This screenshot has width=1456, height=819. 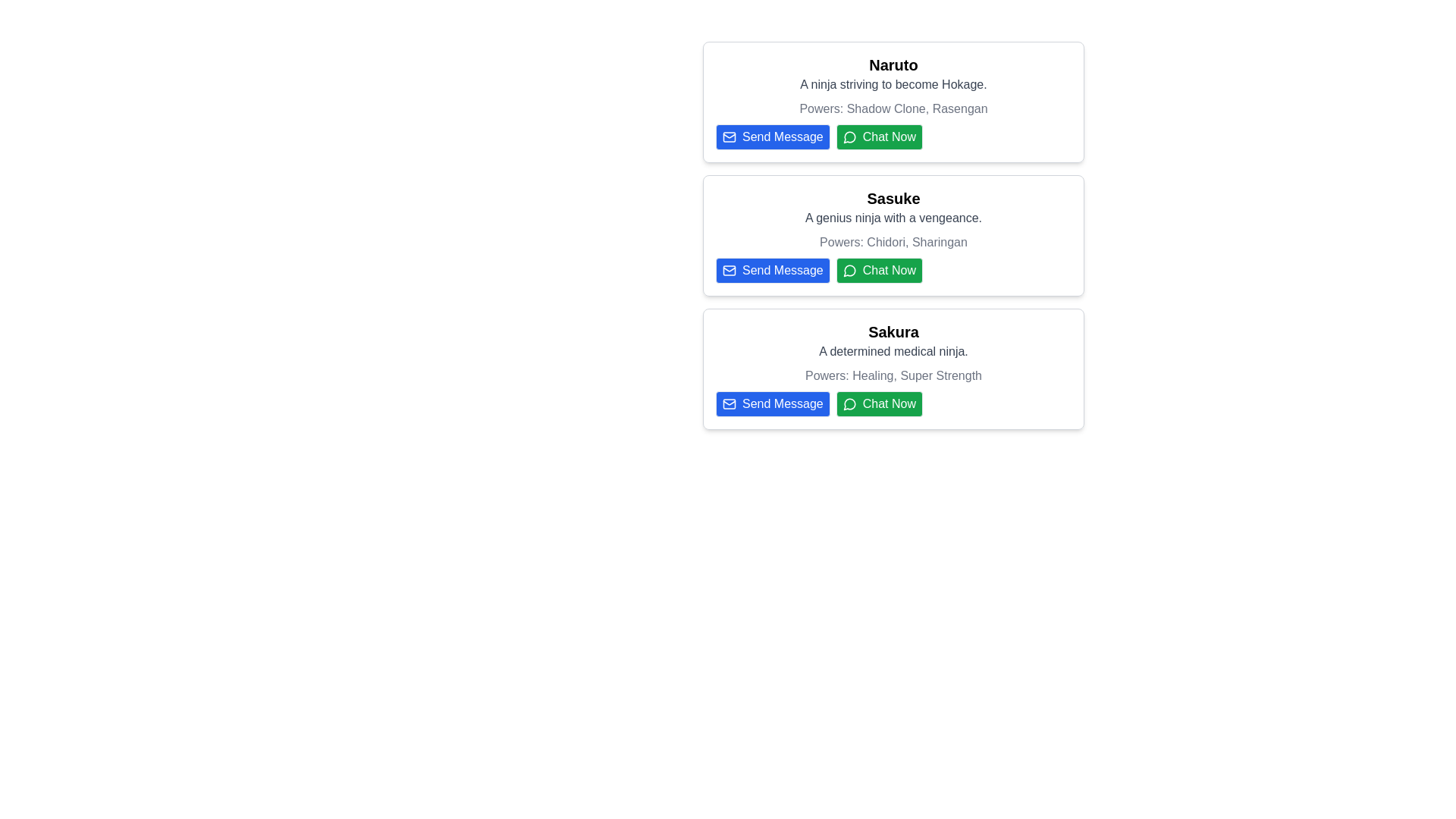 I want to click on the green 'Chat Now' button with a speech bubble icon located in the bottom-right corner of the 'Sakura' card to initiate a chat, so click(x=893, y=403).